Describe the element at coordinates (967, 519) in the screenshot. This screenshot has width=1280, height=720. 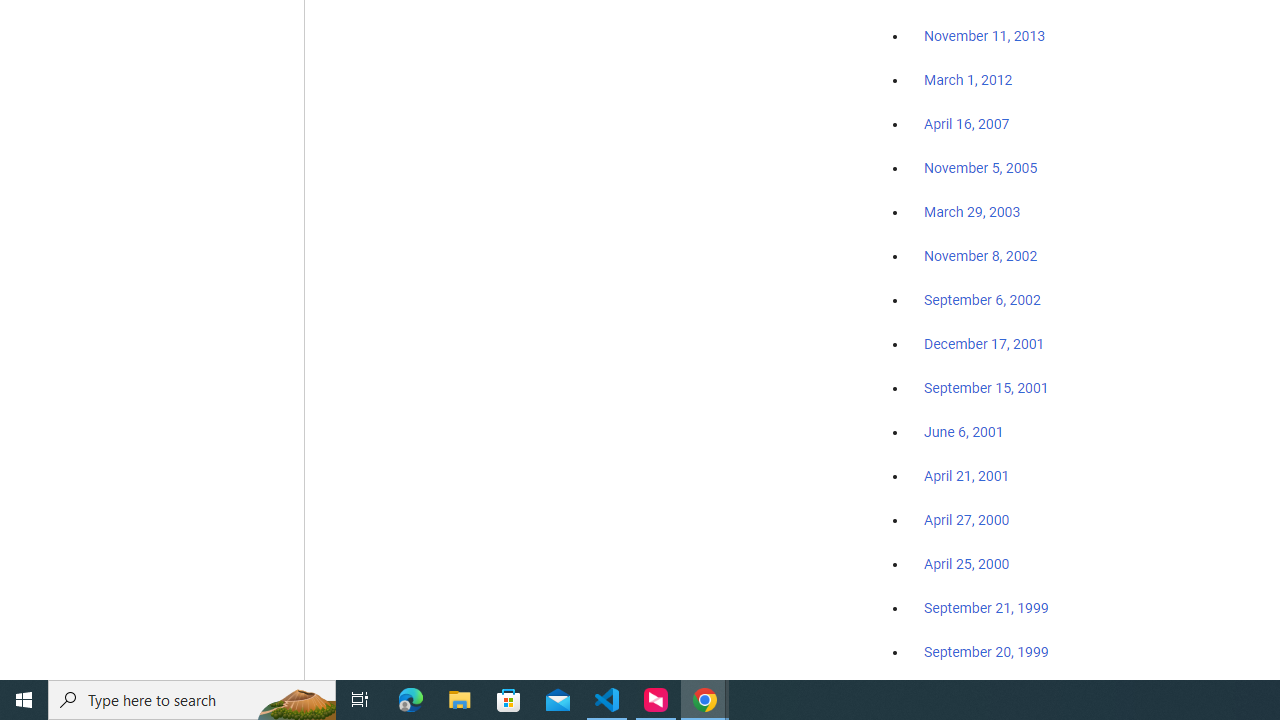
I see `'April 27, 2000'` at that location.